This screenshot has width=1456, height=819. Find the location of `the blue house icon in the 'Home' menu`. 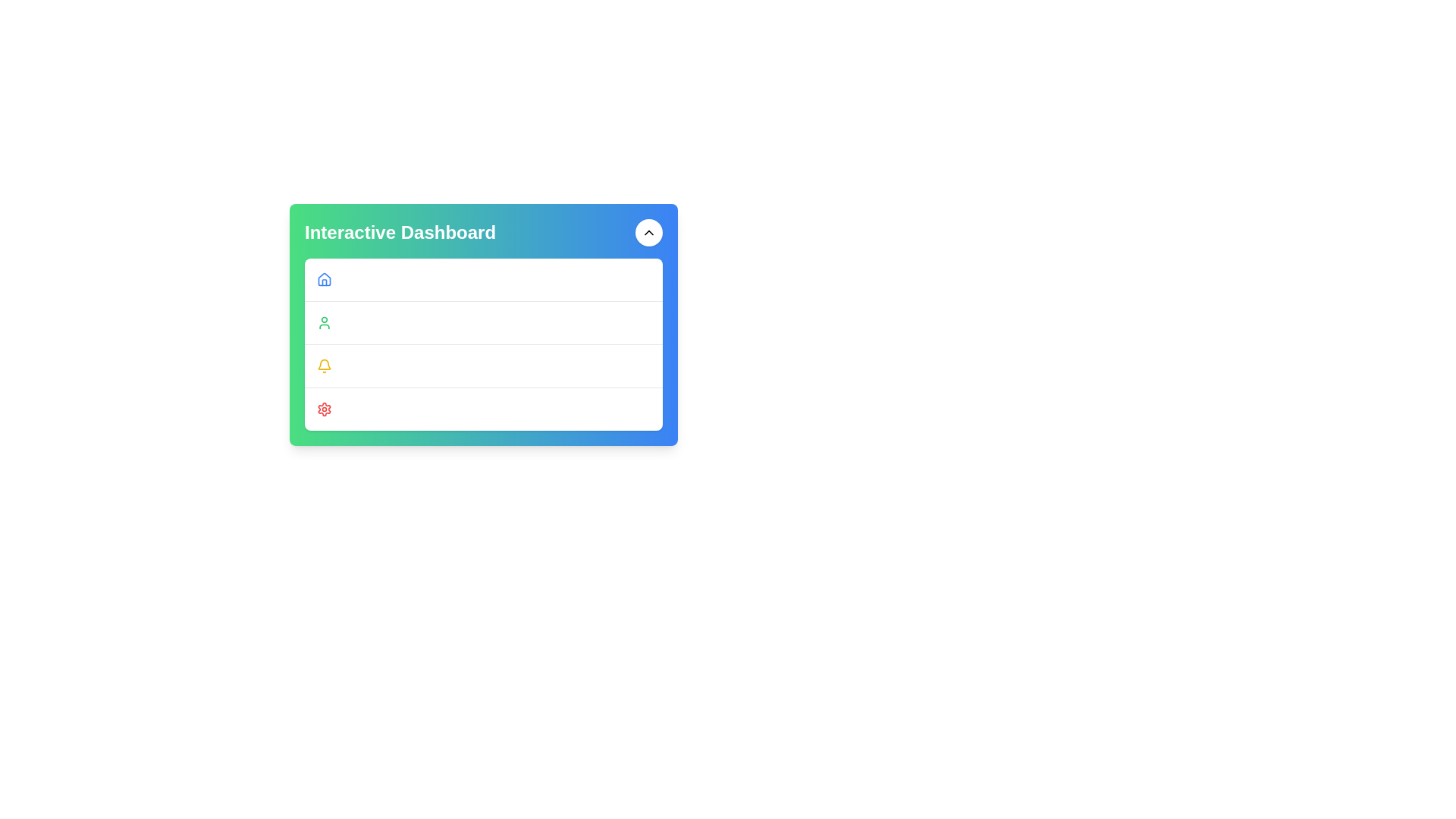

the blue house icon in the 'Home' menu is located at coordinates (323, 280).